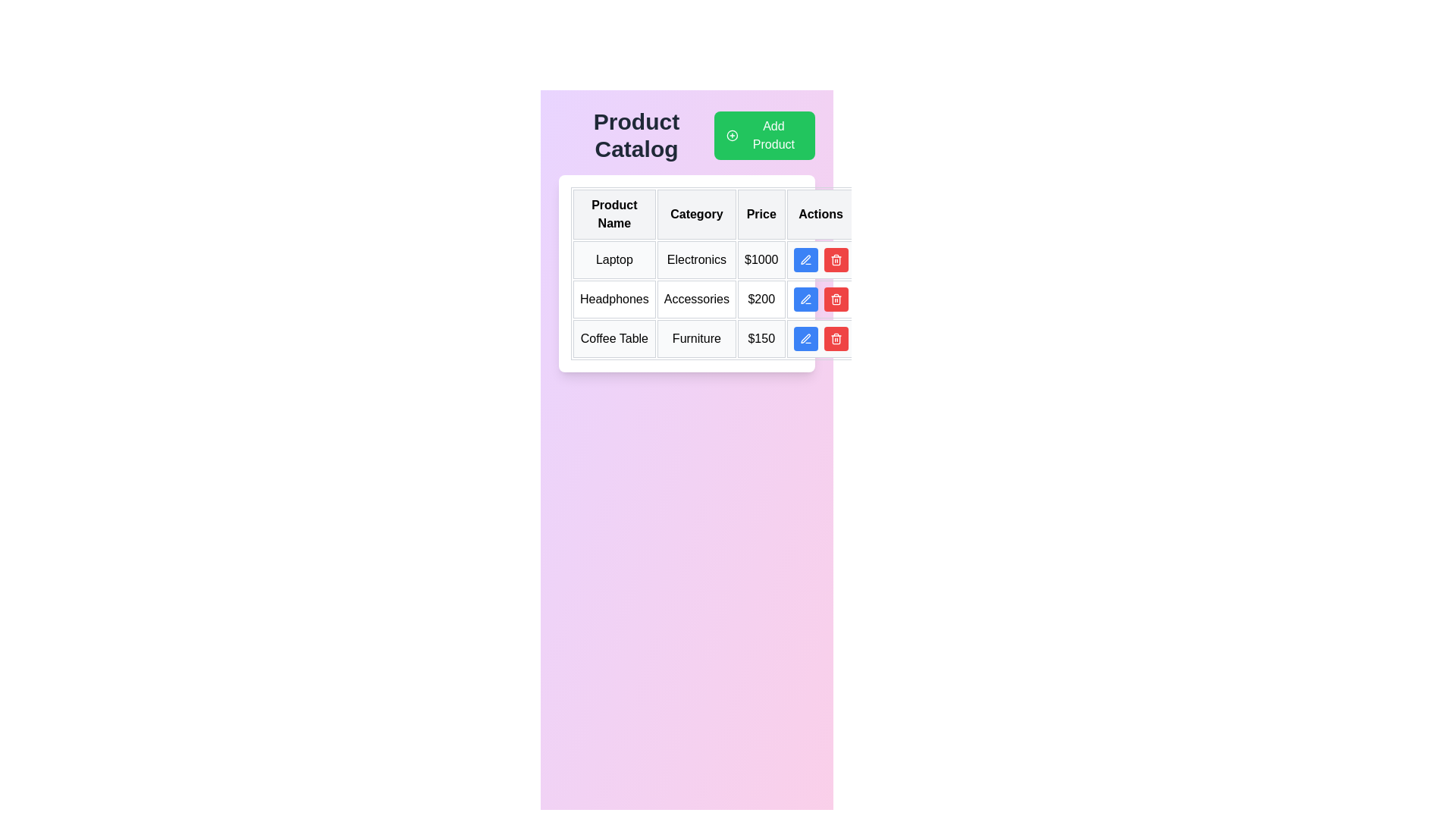  Describe the element at coordinates (835, 338) in the screenshot. I see `the delete button located in the 'Actions' column of the table, aligned to the right of the 'Coffee Table' entry` at that location.